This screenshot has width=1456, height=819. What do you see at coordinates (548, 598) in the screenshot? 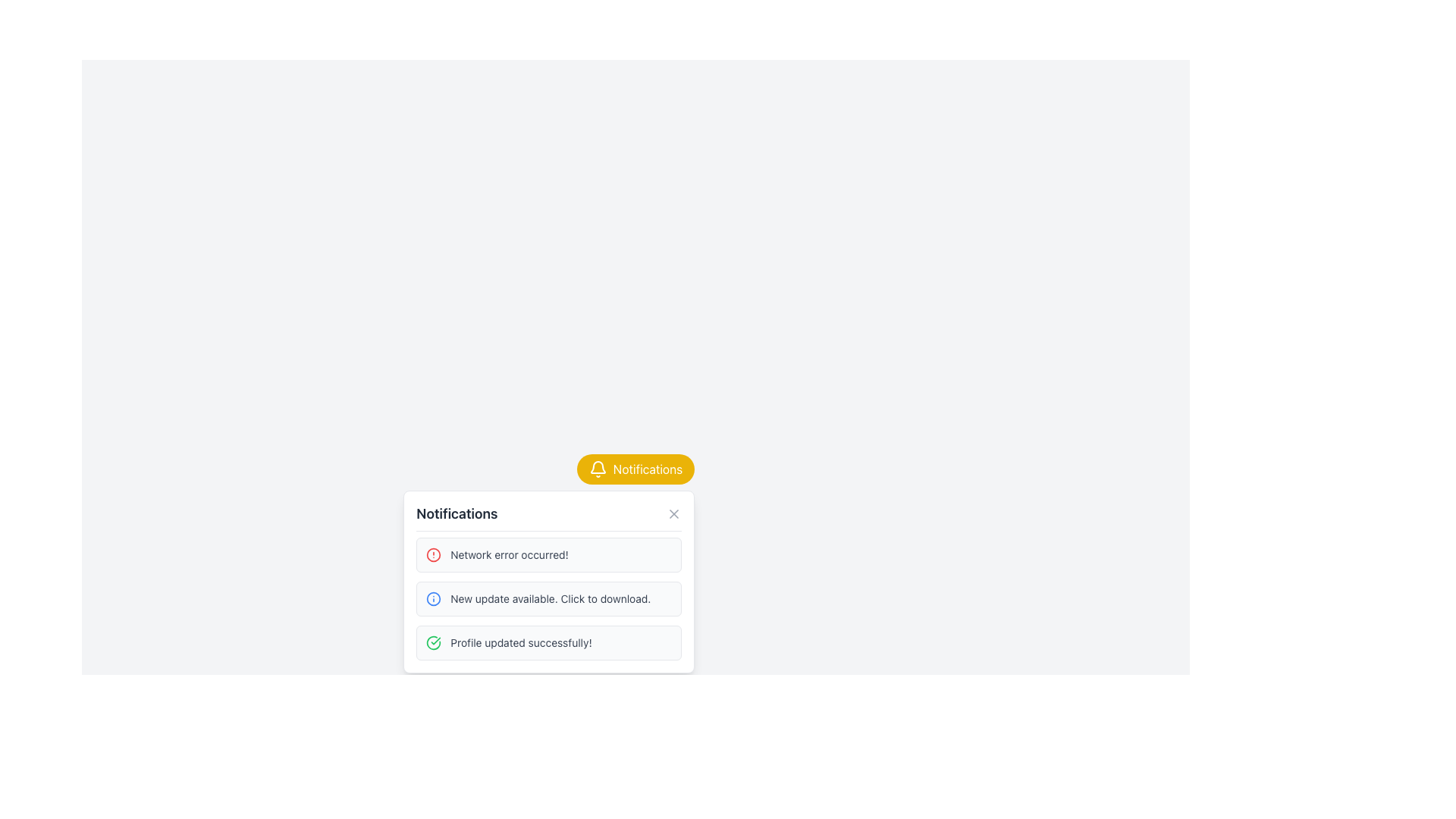
I see `the notification bar that displays 'New update available. Click to download.'` at bounding box center [548, 598].